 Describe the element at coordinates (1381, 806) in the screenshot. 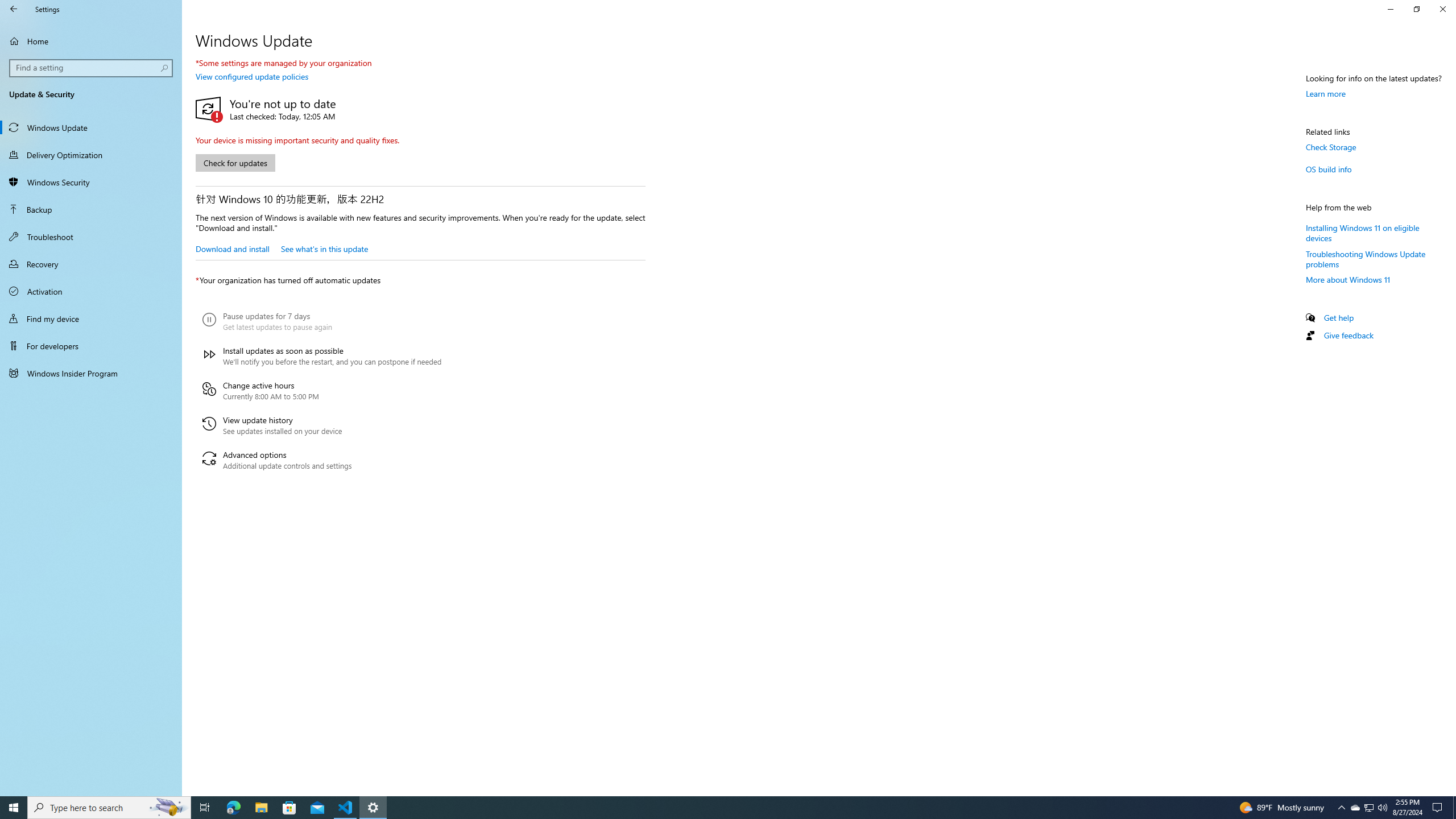

I see `'Q2790: 100%'` at that location.